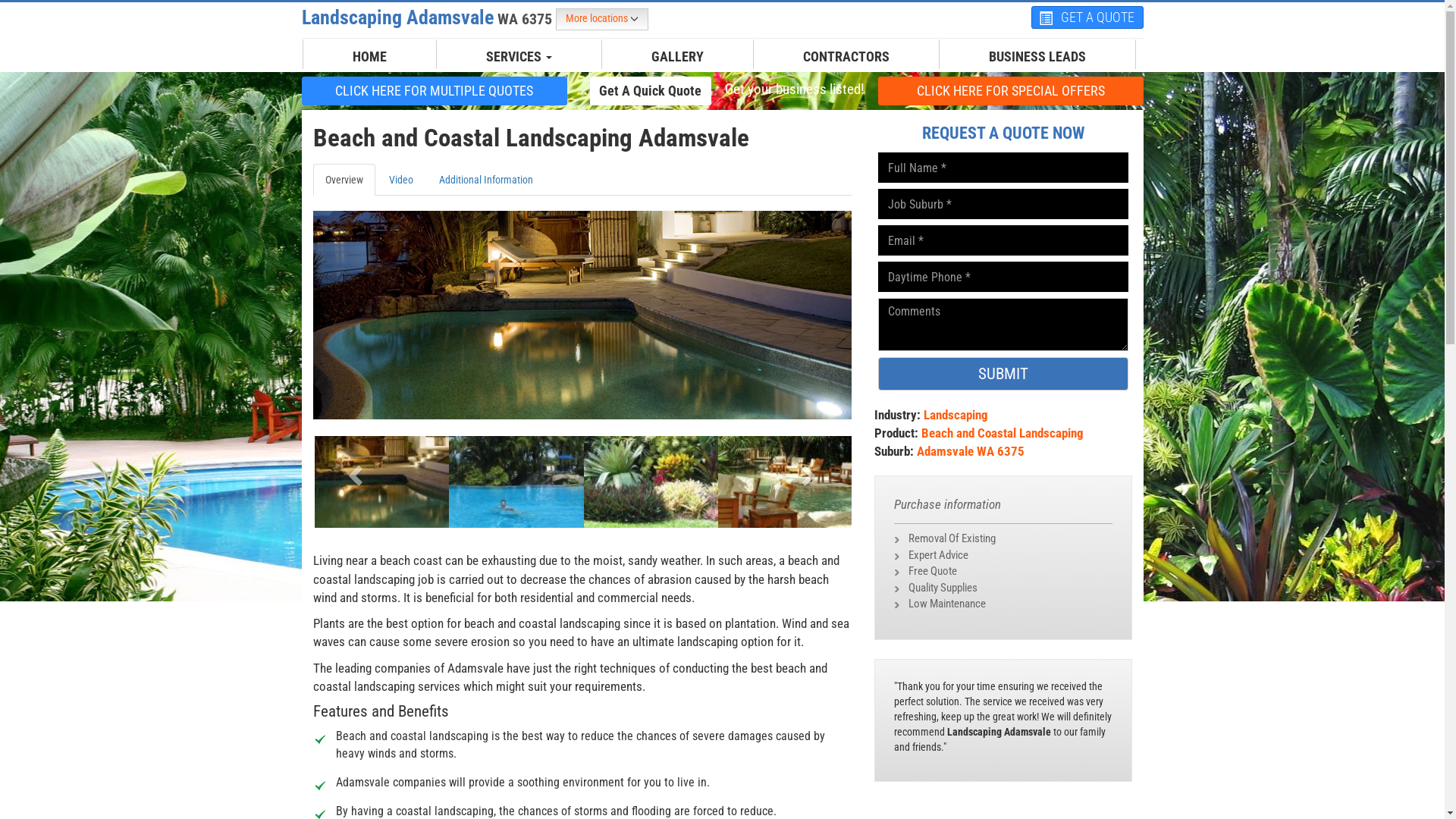  Describe the element at coordinates (519, 55) in the screenshot. I see `'SERVICES'` at that location.